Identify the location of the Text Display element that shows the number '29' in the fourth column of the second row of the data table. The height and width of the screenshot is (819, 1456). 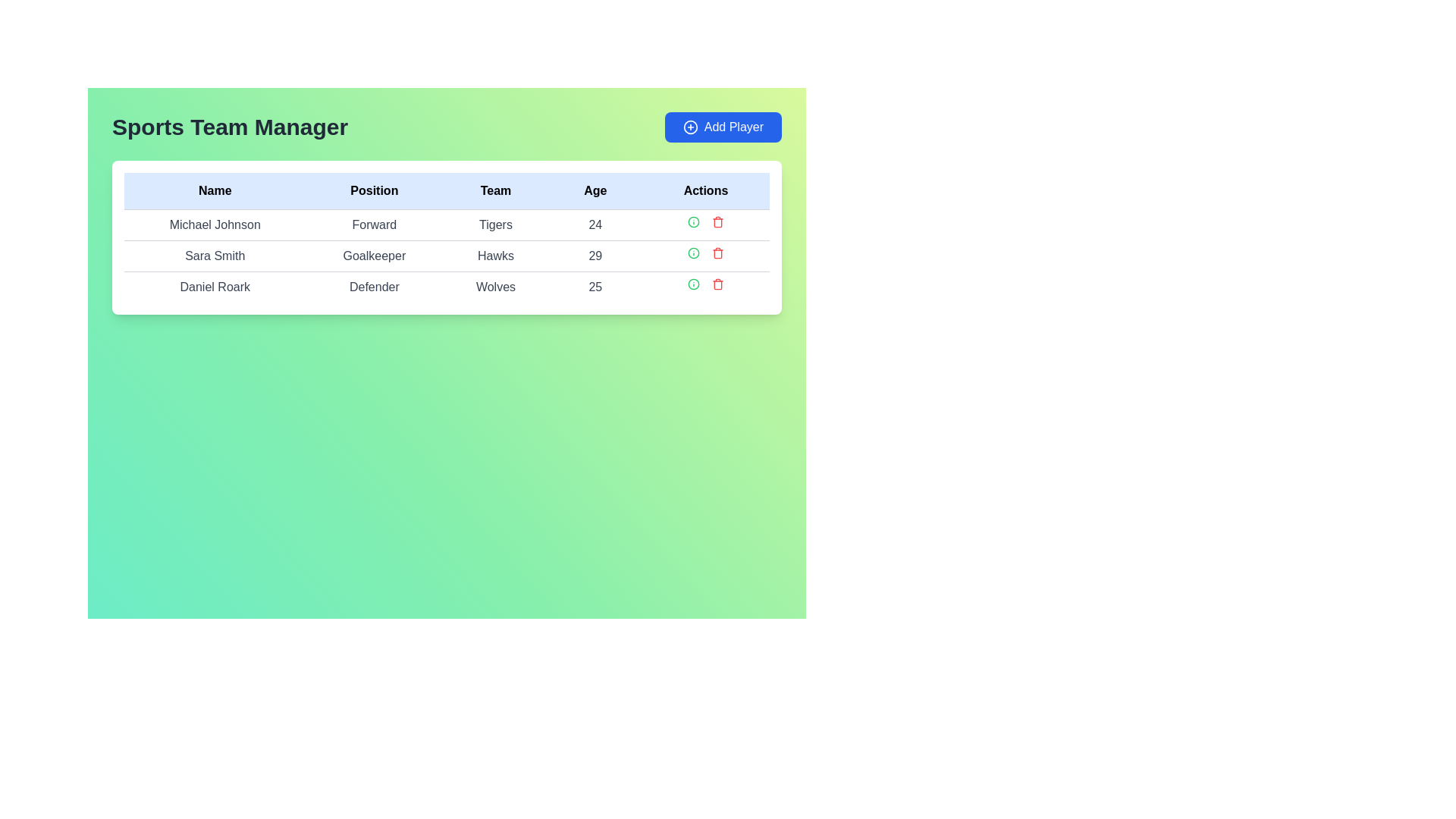
(595, 256).